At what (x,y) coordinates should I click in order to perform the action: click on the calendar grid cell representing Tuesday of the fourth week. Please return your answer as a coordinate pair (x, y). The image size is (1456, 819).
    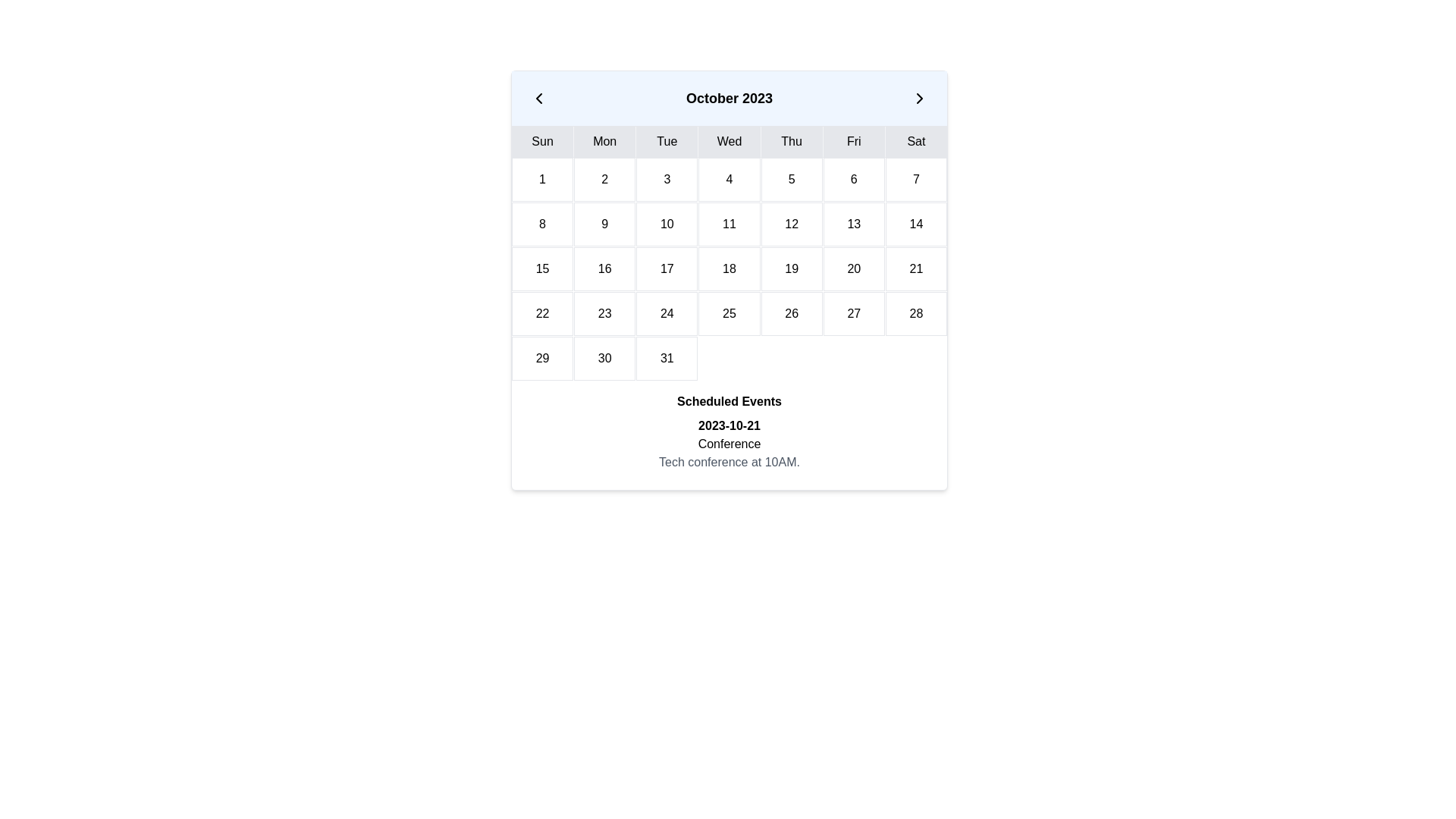
    Looking at the image, I should click on (604, 312).